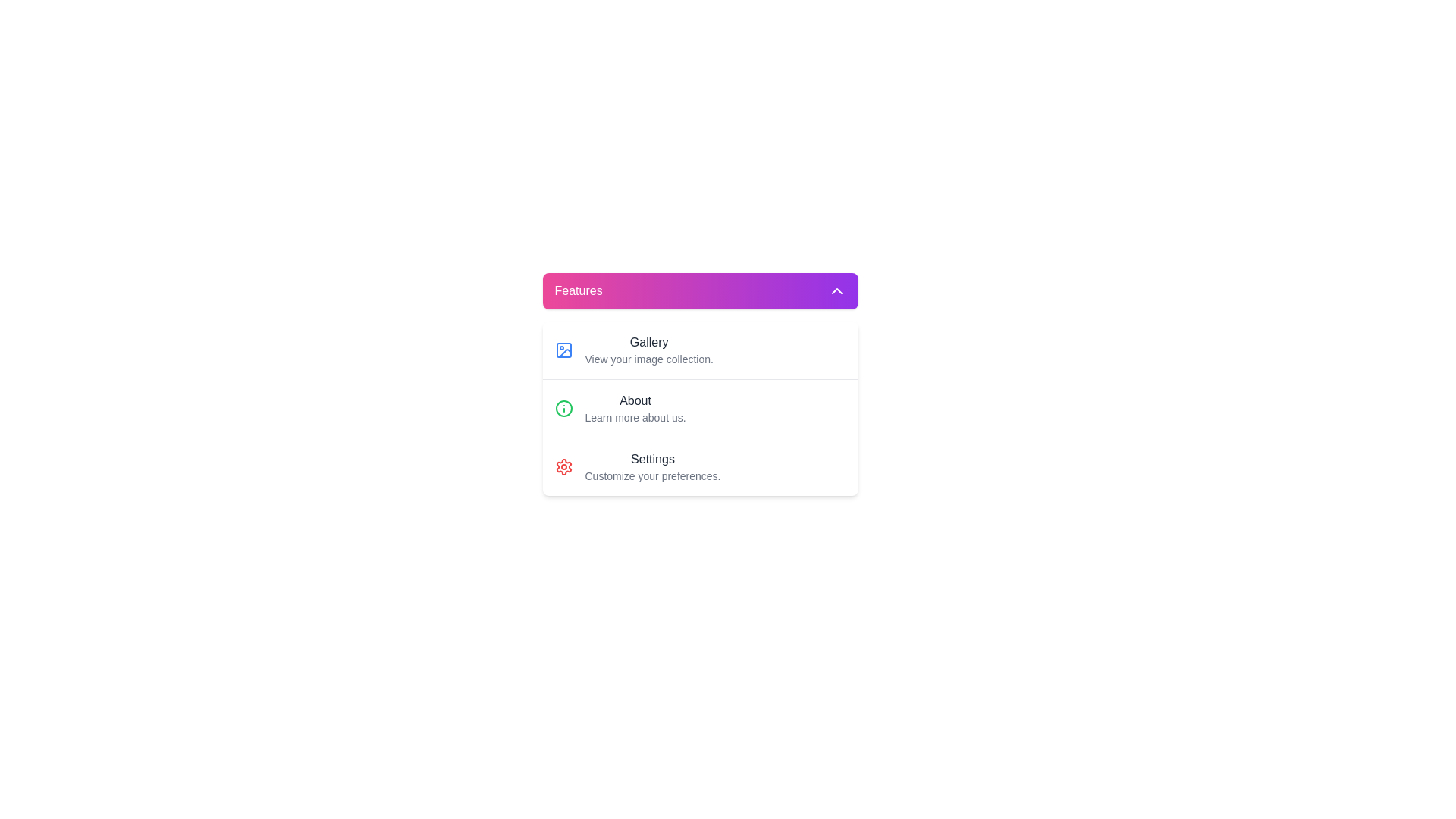 Image resolution: width=1456 pixels, height=819 pixels. I want to click on the upward-pointing chevron icon located on the far right side of the purple gradient header bar labeled 'Features' to trigger potential hover effects, so click(836, 291).